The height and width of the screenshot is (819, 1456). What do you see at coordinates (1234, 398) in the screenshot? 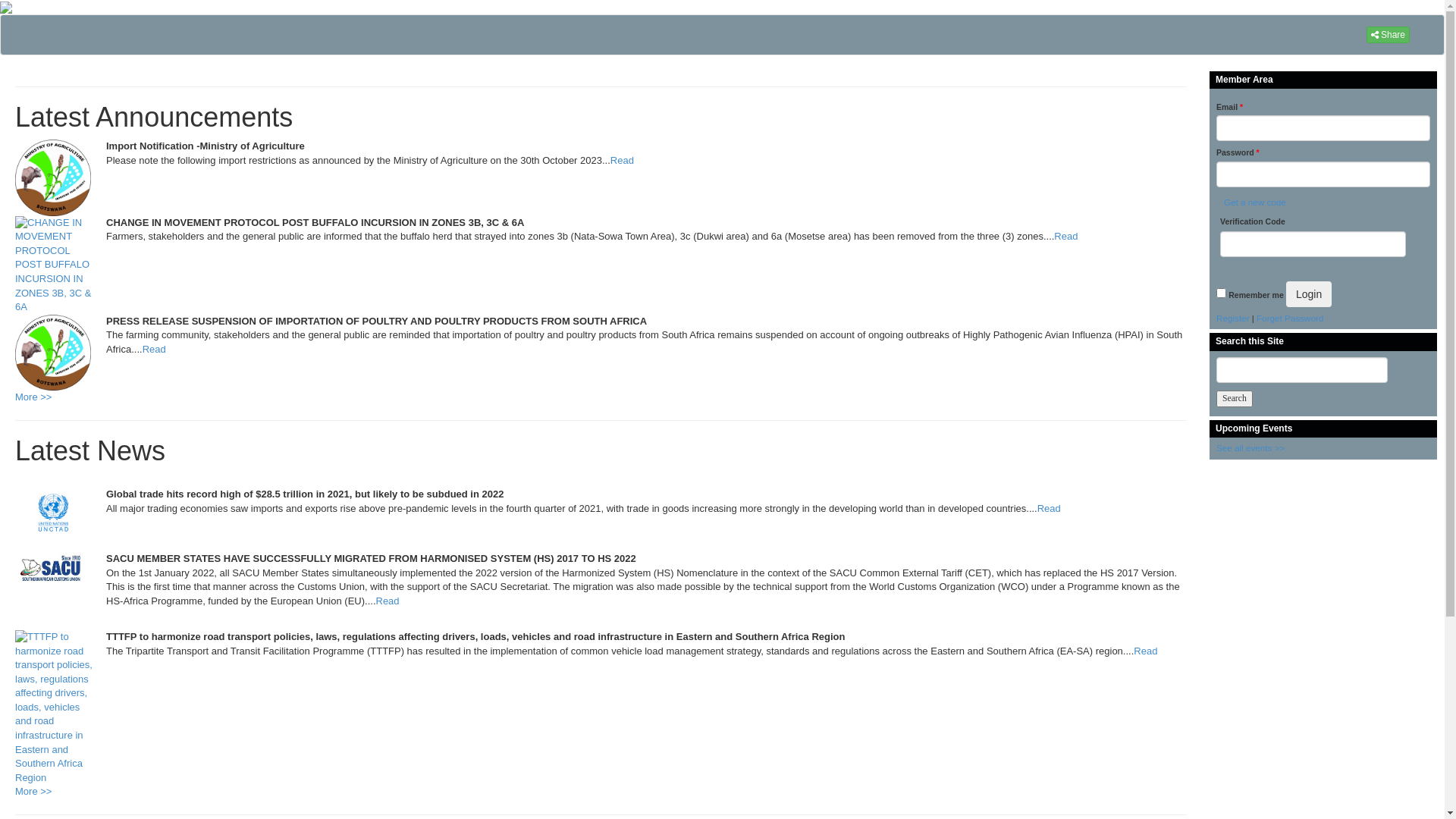
I see `'Search'` at bounding box center [1234, 398].